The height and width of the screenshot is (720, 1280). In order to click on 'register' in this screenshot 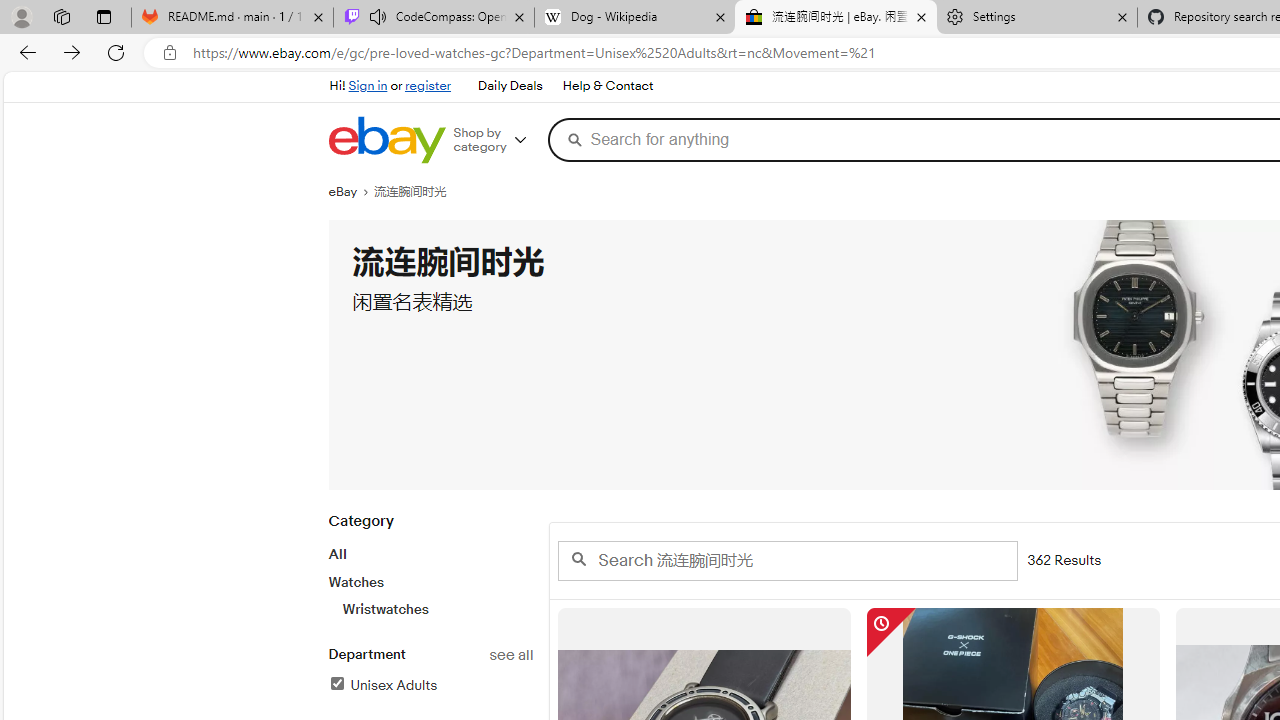, I will do `click(427, 85)`.